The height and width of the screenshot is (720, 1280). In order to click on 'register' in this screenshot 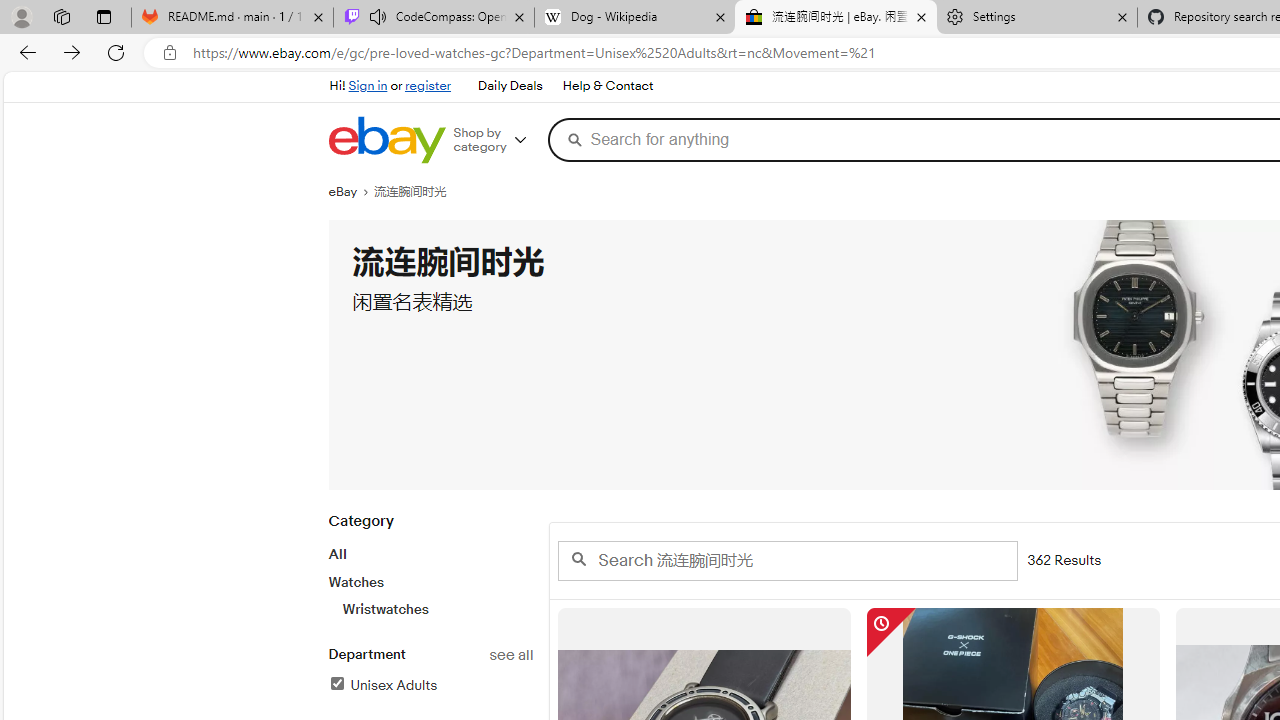, I will do `click(427, 85)`.